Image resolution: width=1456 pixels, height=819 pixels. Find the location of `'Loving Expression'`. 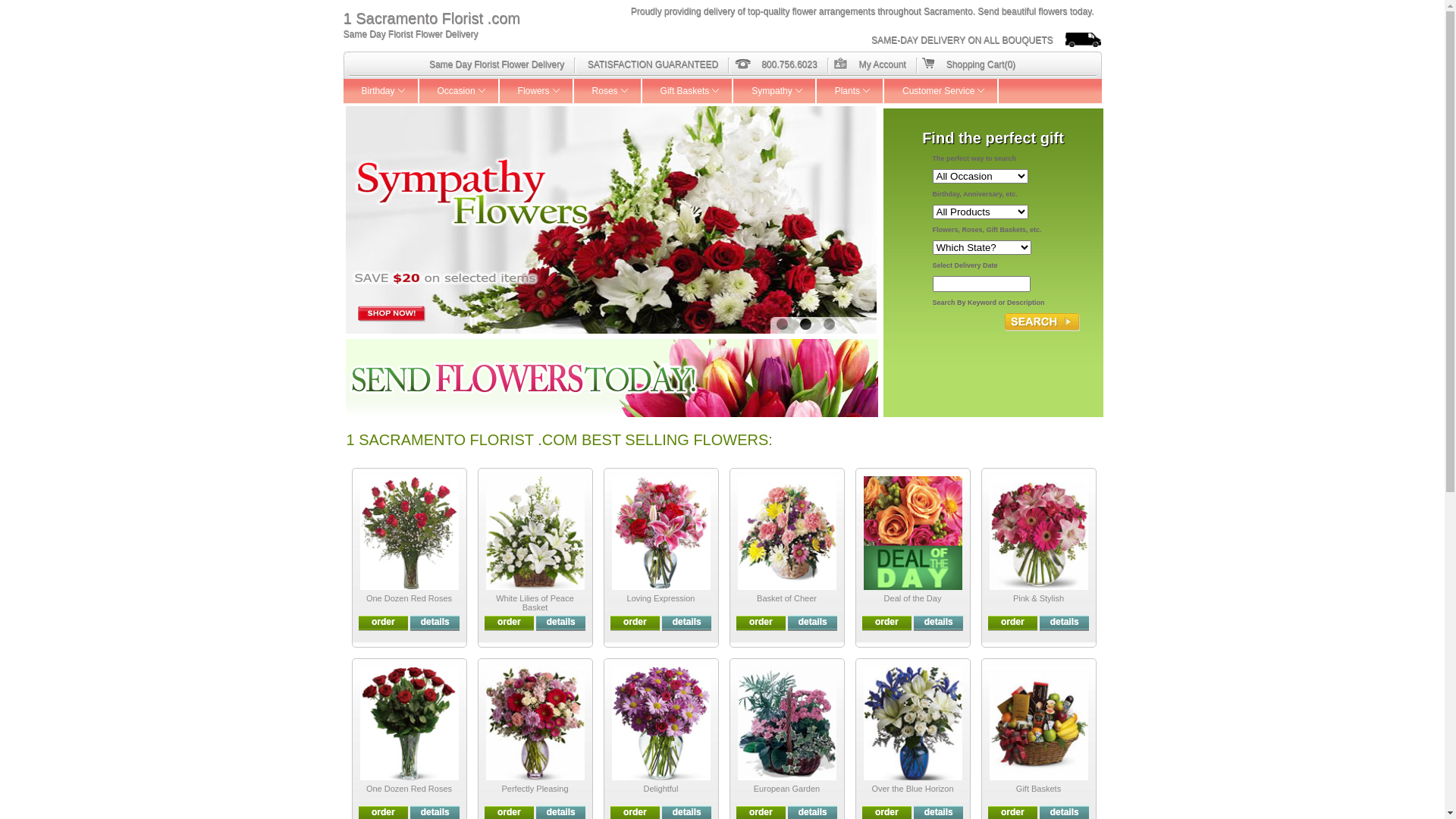

'Loving Expression' is located at coordinates (661, 598).